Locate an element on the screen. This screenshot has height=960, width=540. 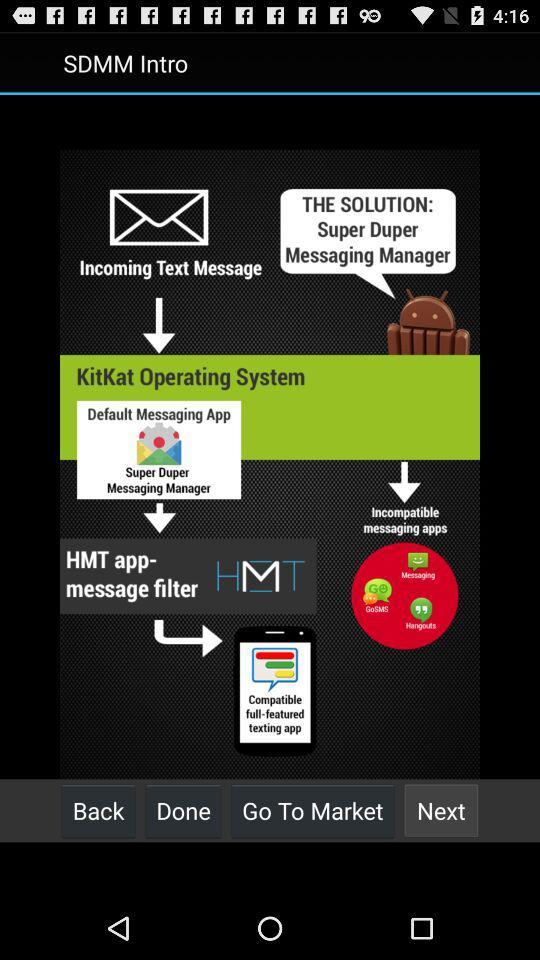
the button next to the done button is located at coordinates (312, 810).